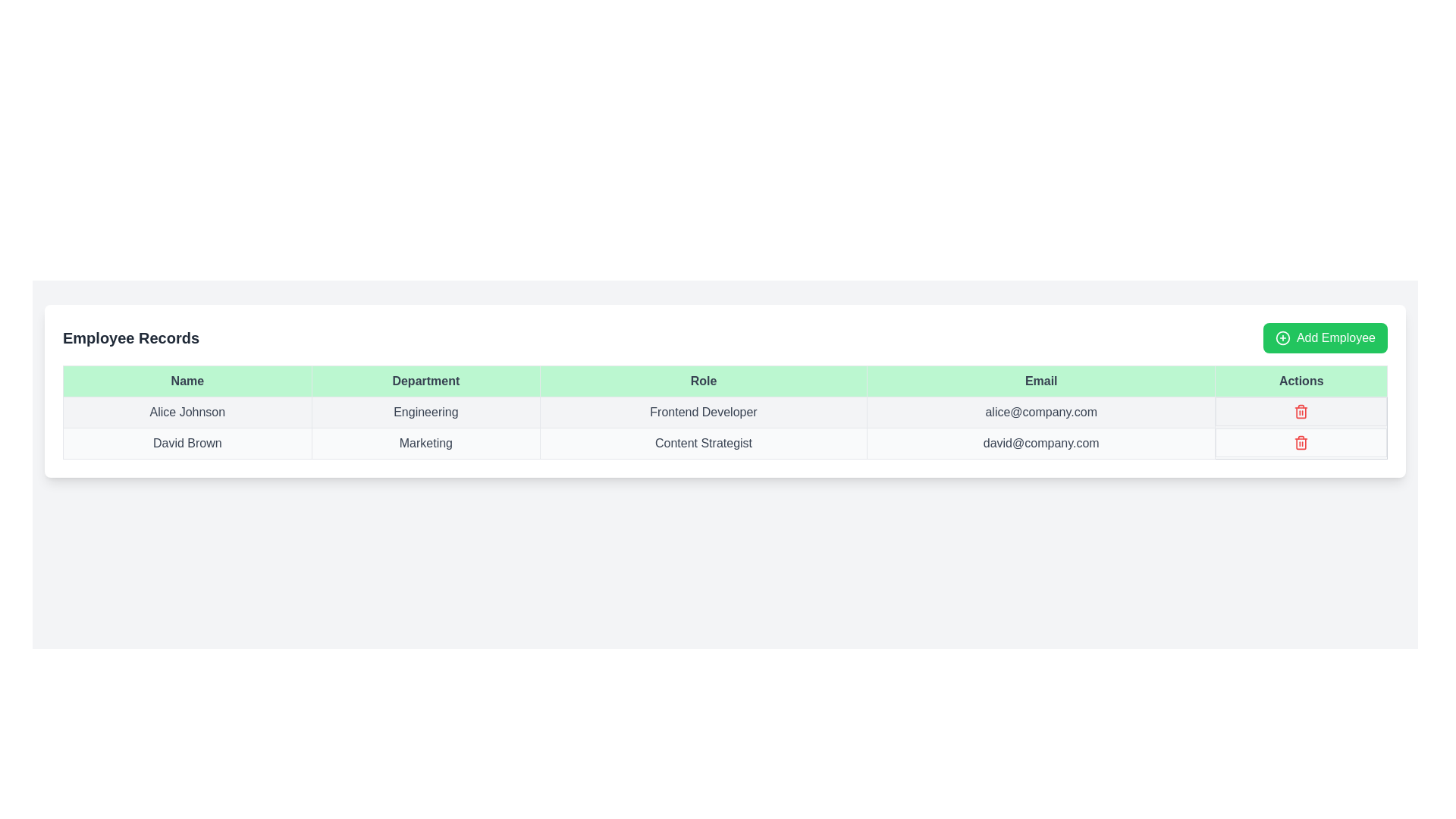 The width and height of the screenshot is (1456, 819). Describe the element at coordinates (1282, 337) in the screenshot. I see `the circular icon with a plus sign located within the green 'Add Employee' button on the top-right side of the employee table interface` at that location.